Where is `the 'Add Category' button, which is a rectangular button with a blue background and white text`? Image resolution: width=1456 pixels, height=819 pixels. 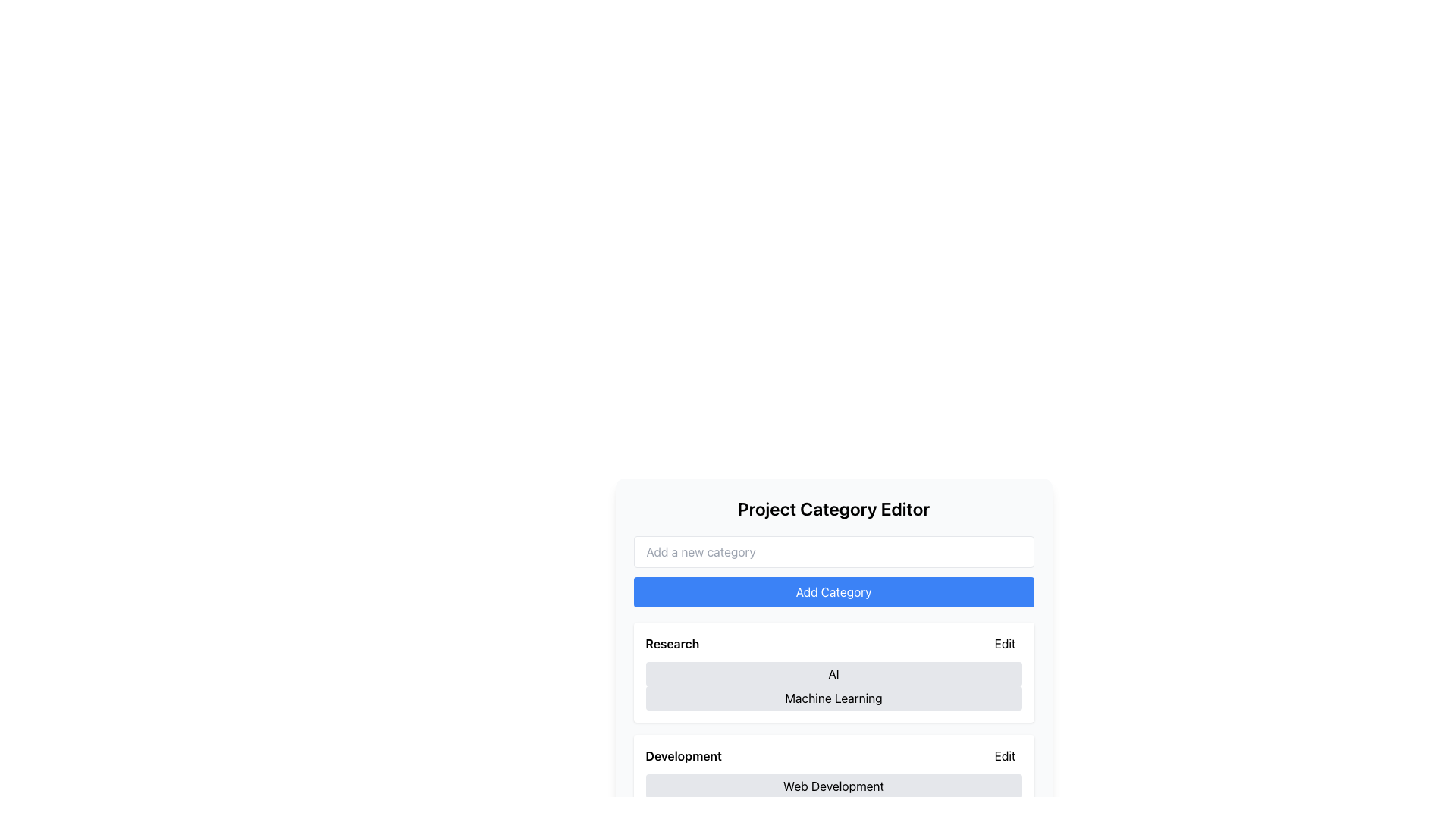
the 'Add Category' button, which is a rectangular button with a blue background and white text is located at coordinates (833, 591).